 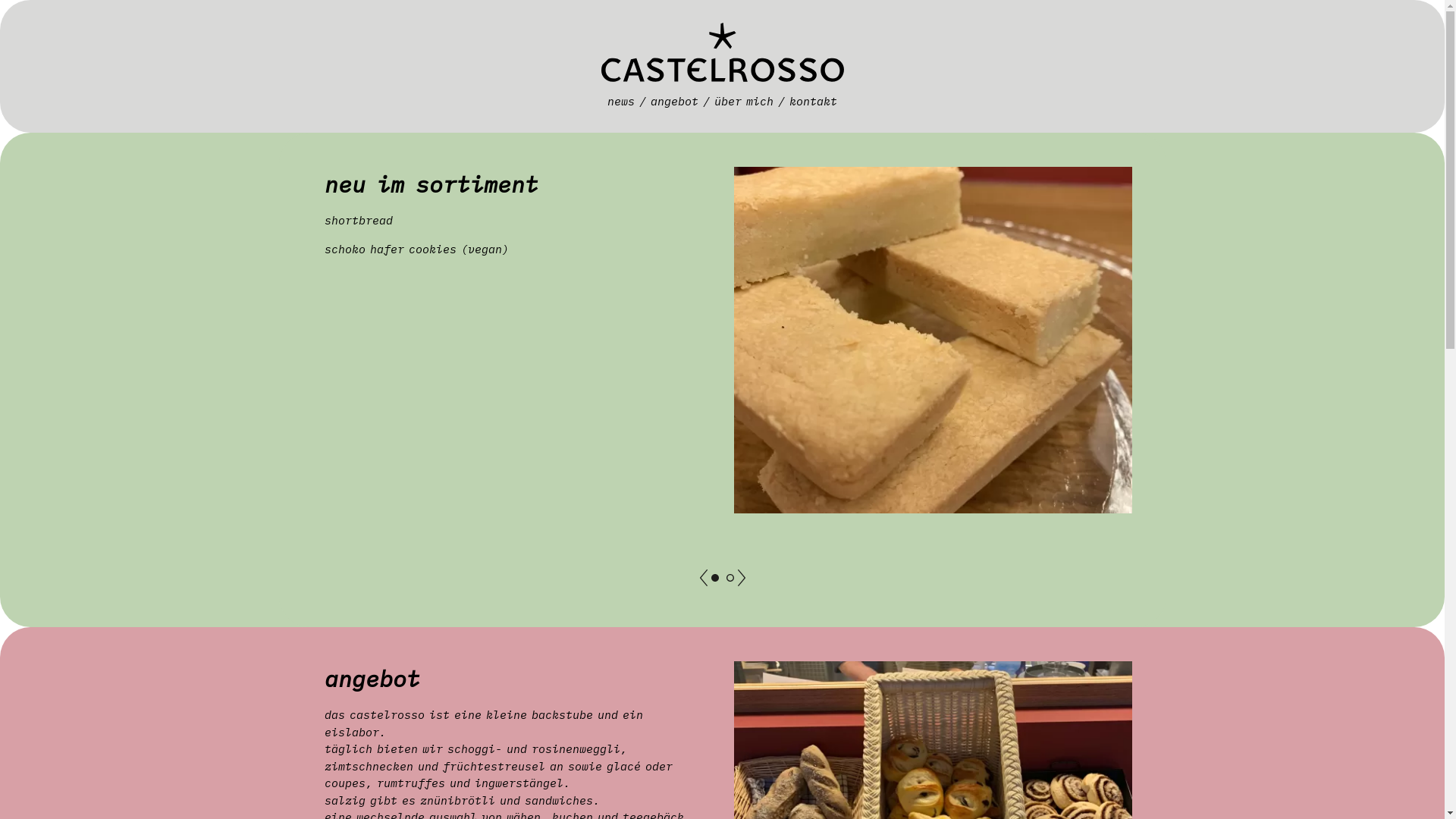 I want to click on 'previous', so click(x=701, y=577).